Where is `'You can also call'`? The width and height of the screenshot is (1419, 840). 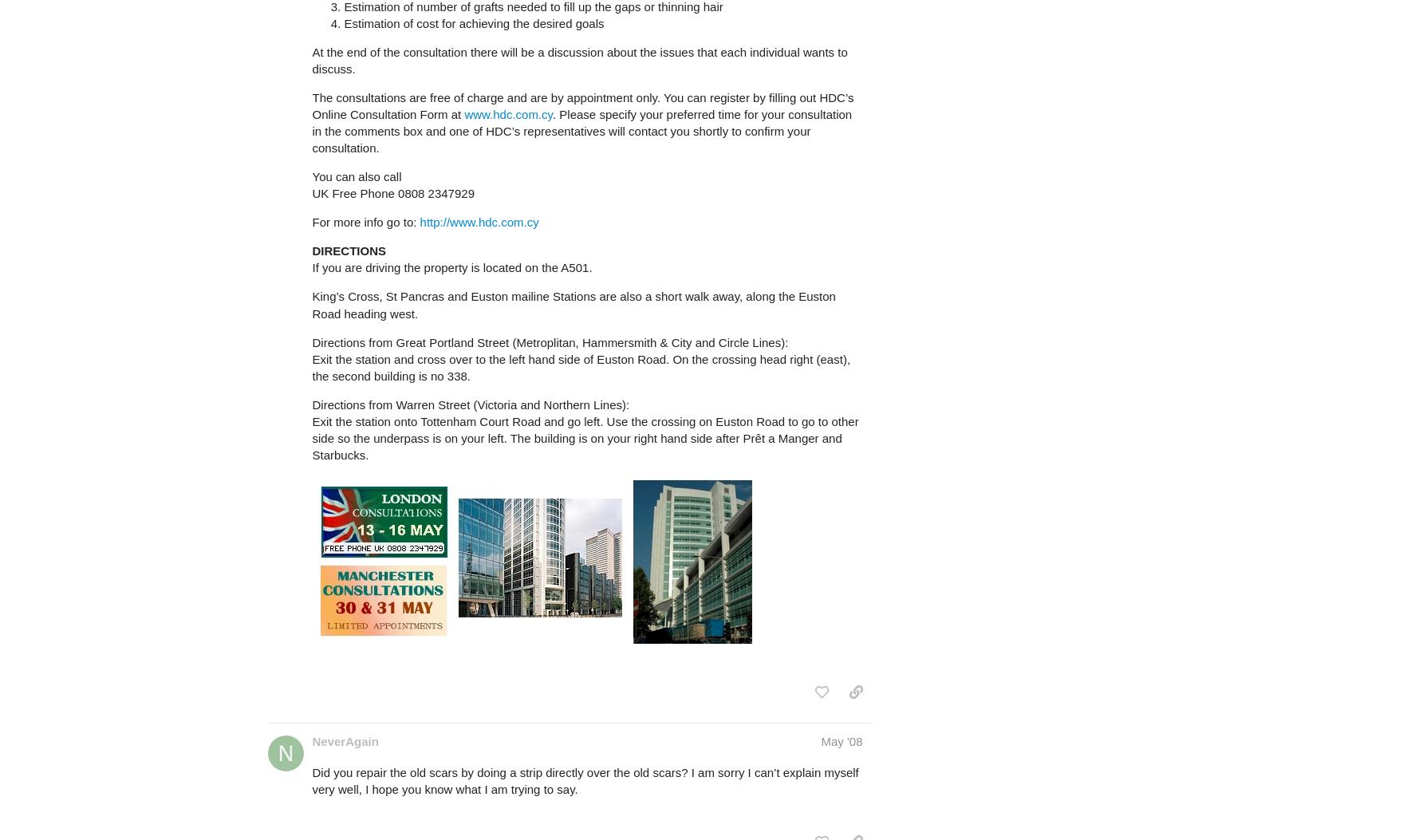 'You can also call' is located at coordinates (357, 176).